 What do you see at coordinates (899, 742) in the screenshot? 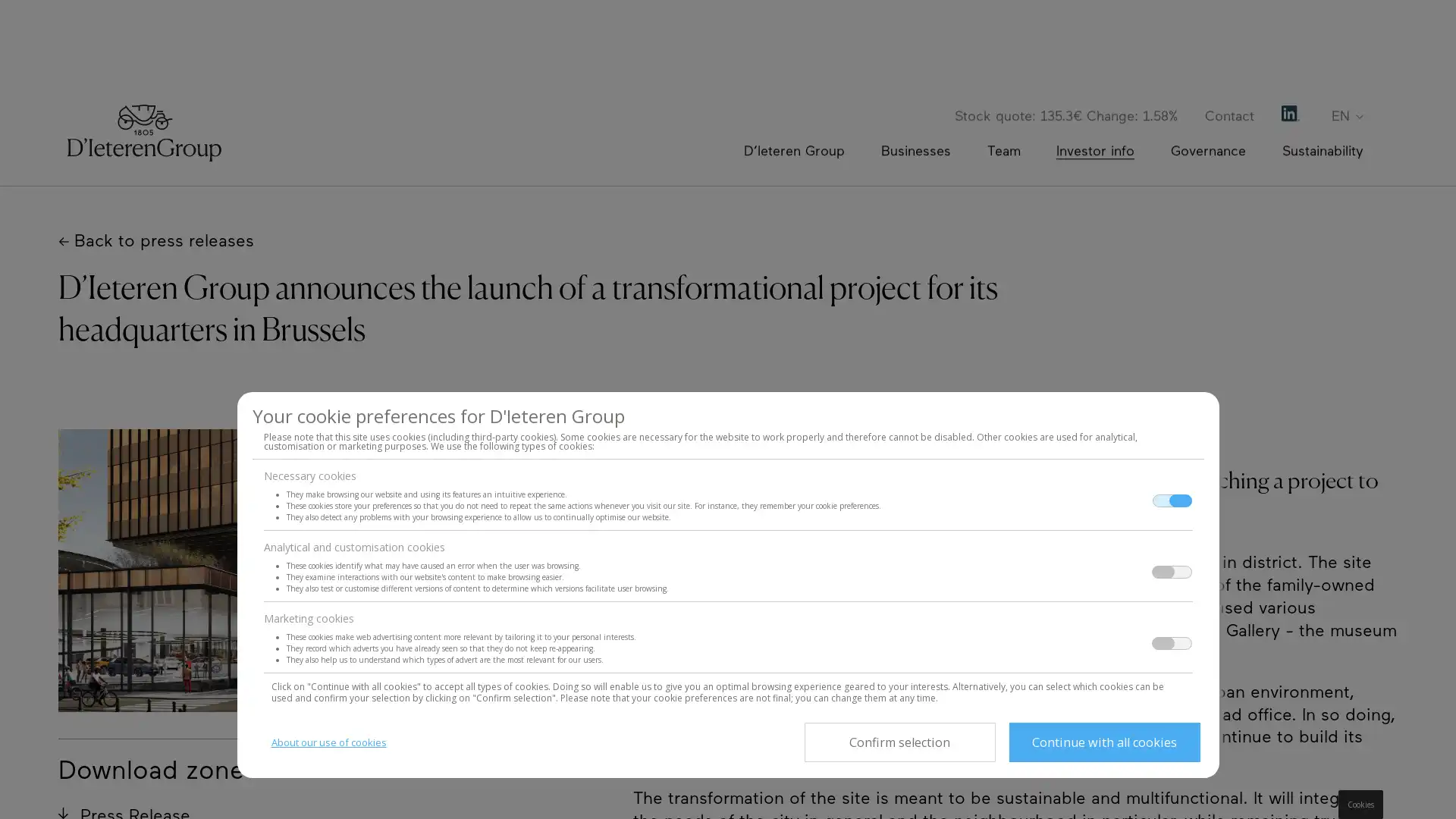
I see `Save Consent Preferences` at bounding box center [899, 742].